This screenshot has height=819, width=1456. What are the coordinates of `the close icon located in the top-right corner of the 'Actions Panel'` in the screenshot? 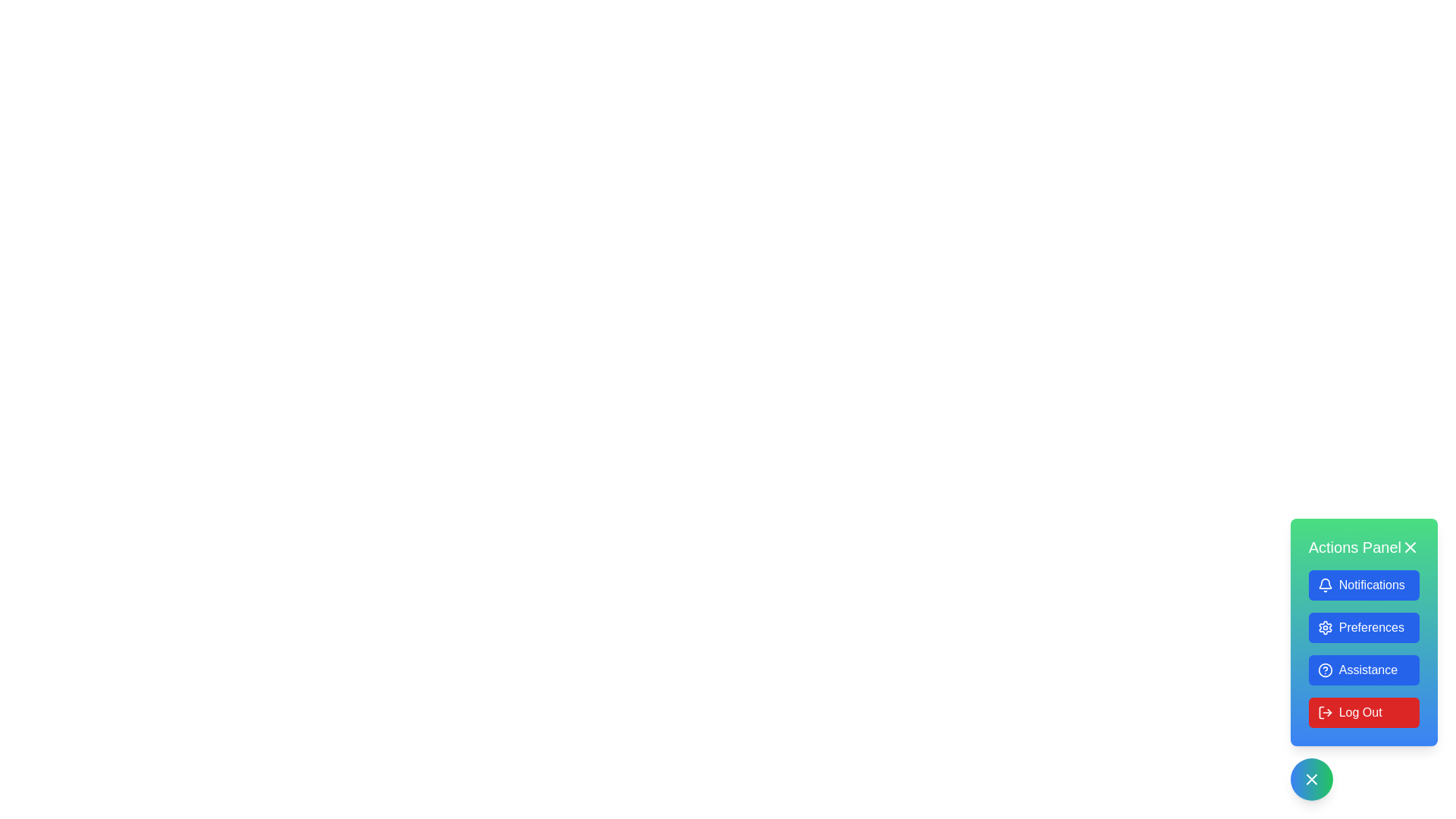 It's located at (1410, 547).